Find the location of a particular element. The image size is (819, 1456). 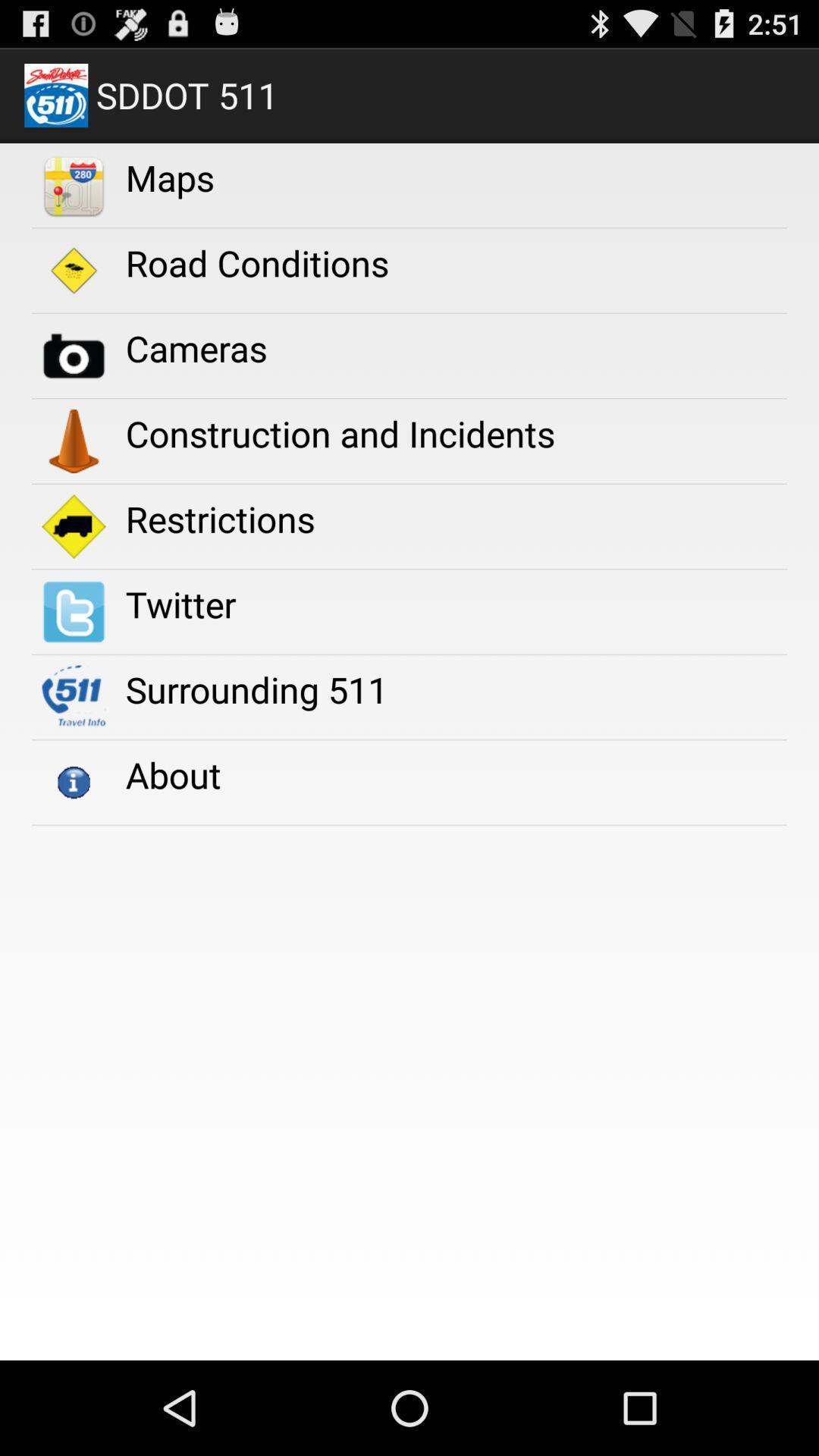

road conditions is located at coordinates (256, 262).